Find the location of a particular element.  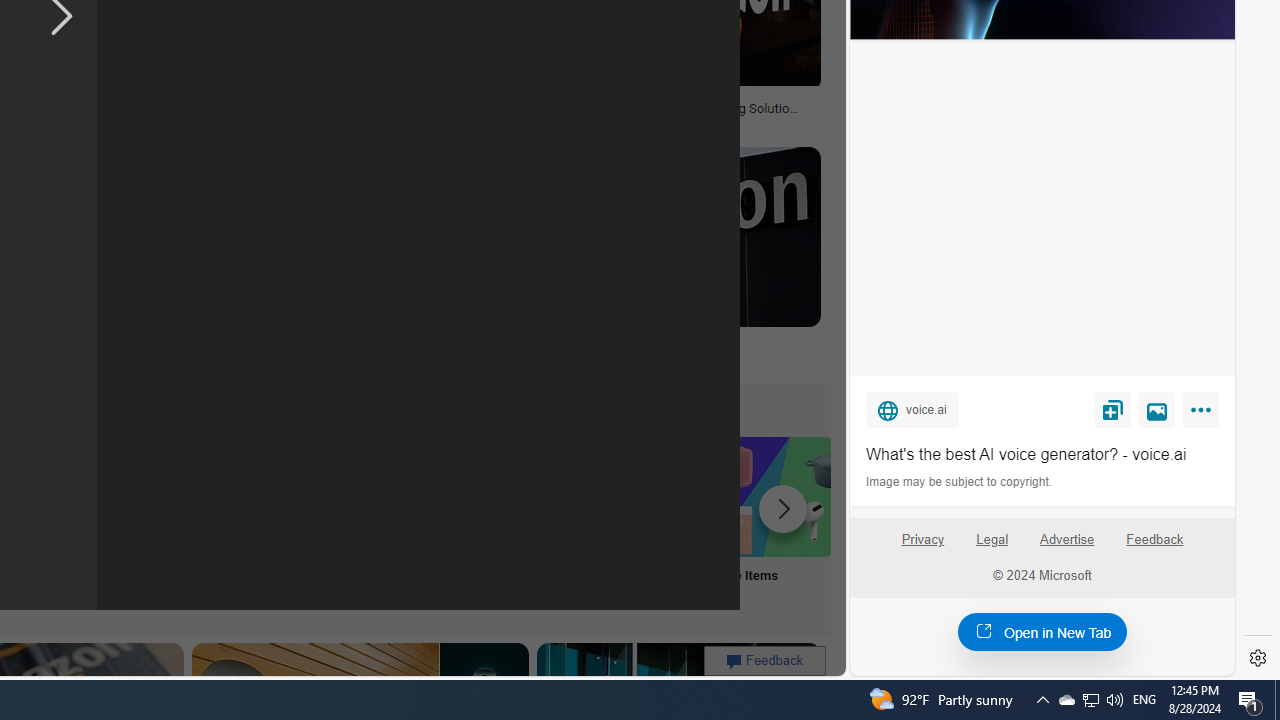

'Advertise' is located at coordinates (1066, 547).